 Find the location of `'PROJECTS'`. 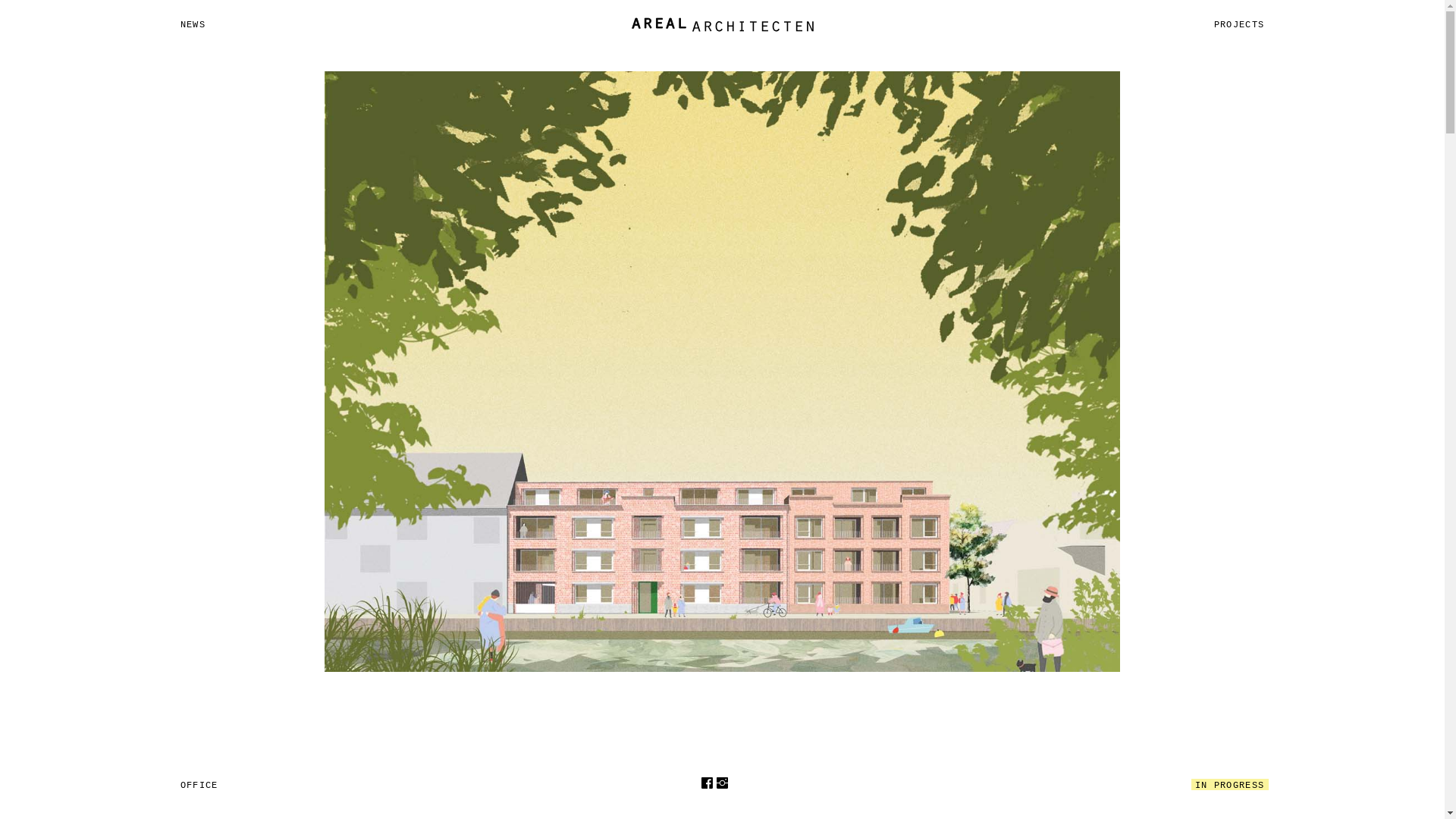

'PROJECTS' is located at coordinates (1239, 24).